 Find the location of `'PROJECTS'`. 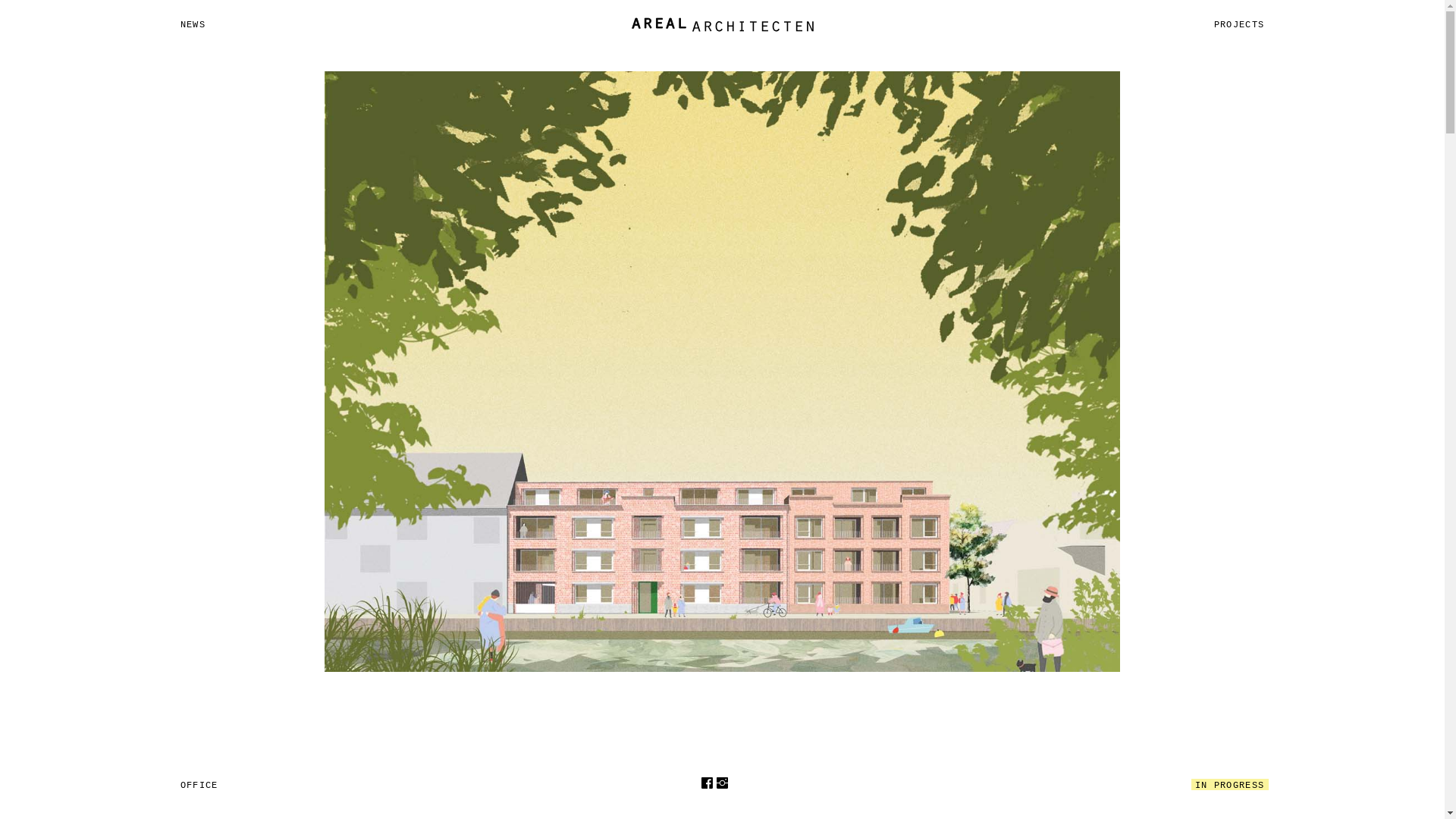

'PROJECTS' is located at coordinates (1239, 24).